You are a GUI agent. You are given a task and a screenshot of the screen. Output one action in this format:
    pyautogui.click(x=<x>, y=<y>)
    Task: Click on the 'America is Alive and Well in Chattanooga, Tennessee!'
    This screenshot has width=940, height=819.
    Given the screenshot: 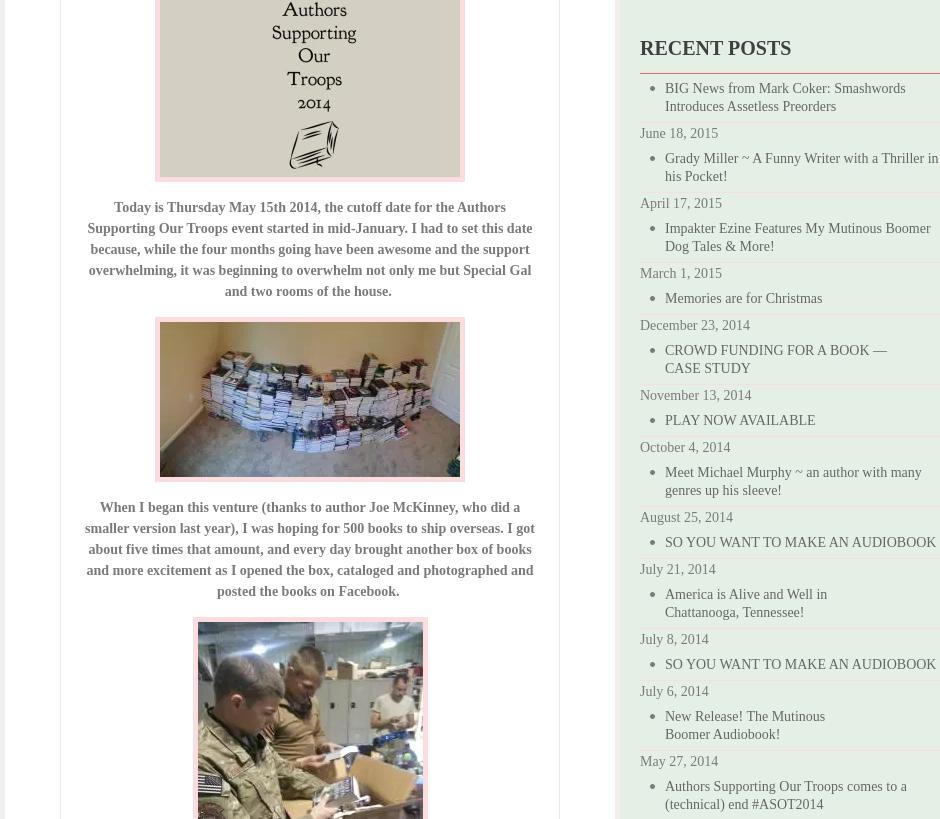 What is the action you would take?
    pyautogui.click(x=744, y=602)
    